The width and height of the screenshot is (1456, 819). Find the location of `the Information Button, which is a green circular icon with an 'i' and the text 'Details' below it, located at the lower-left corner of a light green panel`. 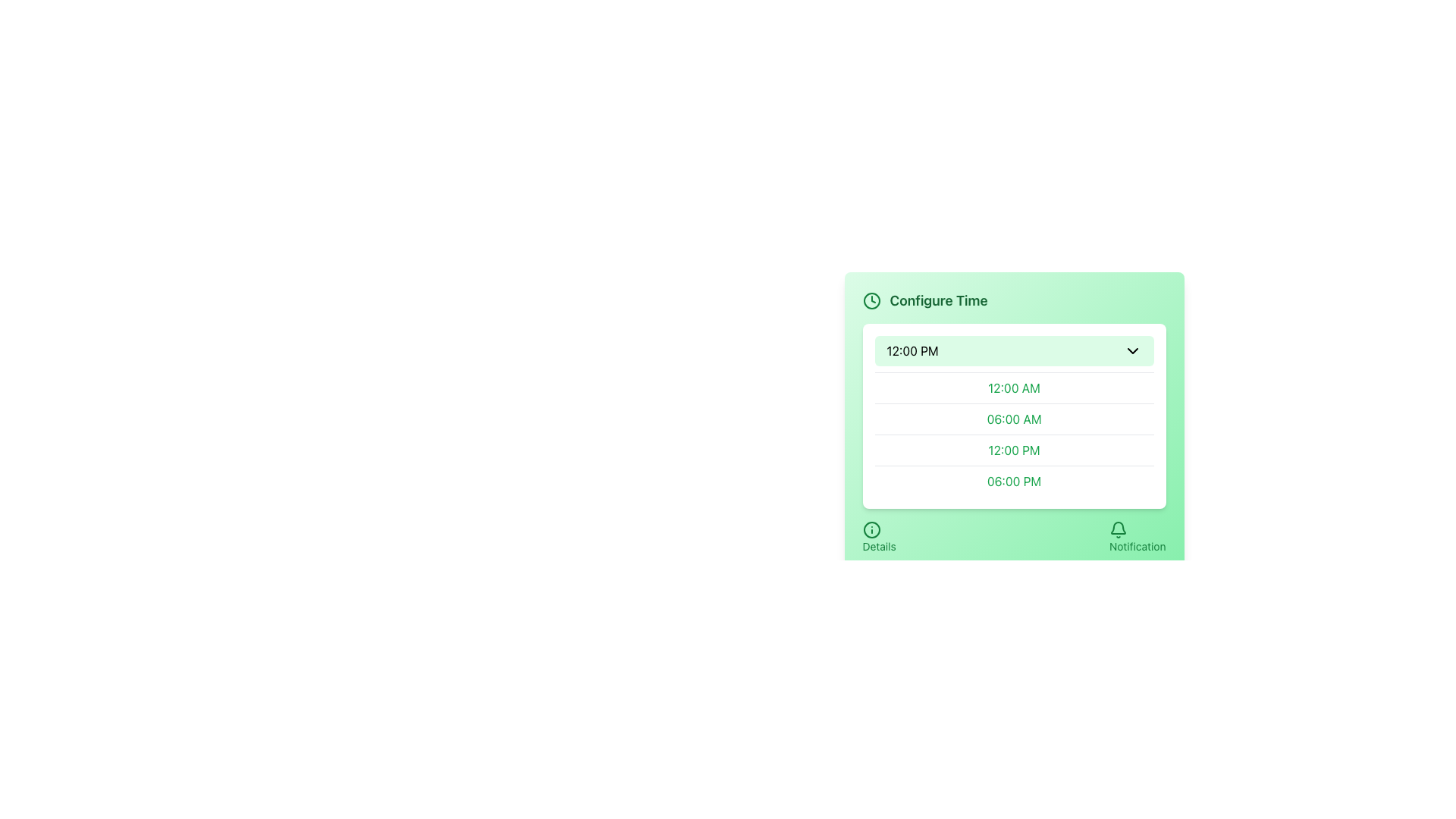

the Information Button, which is a green circular icon with an 'i' and the text 'Details' below it, located at the lower-left corner of a light green panel is located at coordinates (879, 537).